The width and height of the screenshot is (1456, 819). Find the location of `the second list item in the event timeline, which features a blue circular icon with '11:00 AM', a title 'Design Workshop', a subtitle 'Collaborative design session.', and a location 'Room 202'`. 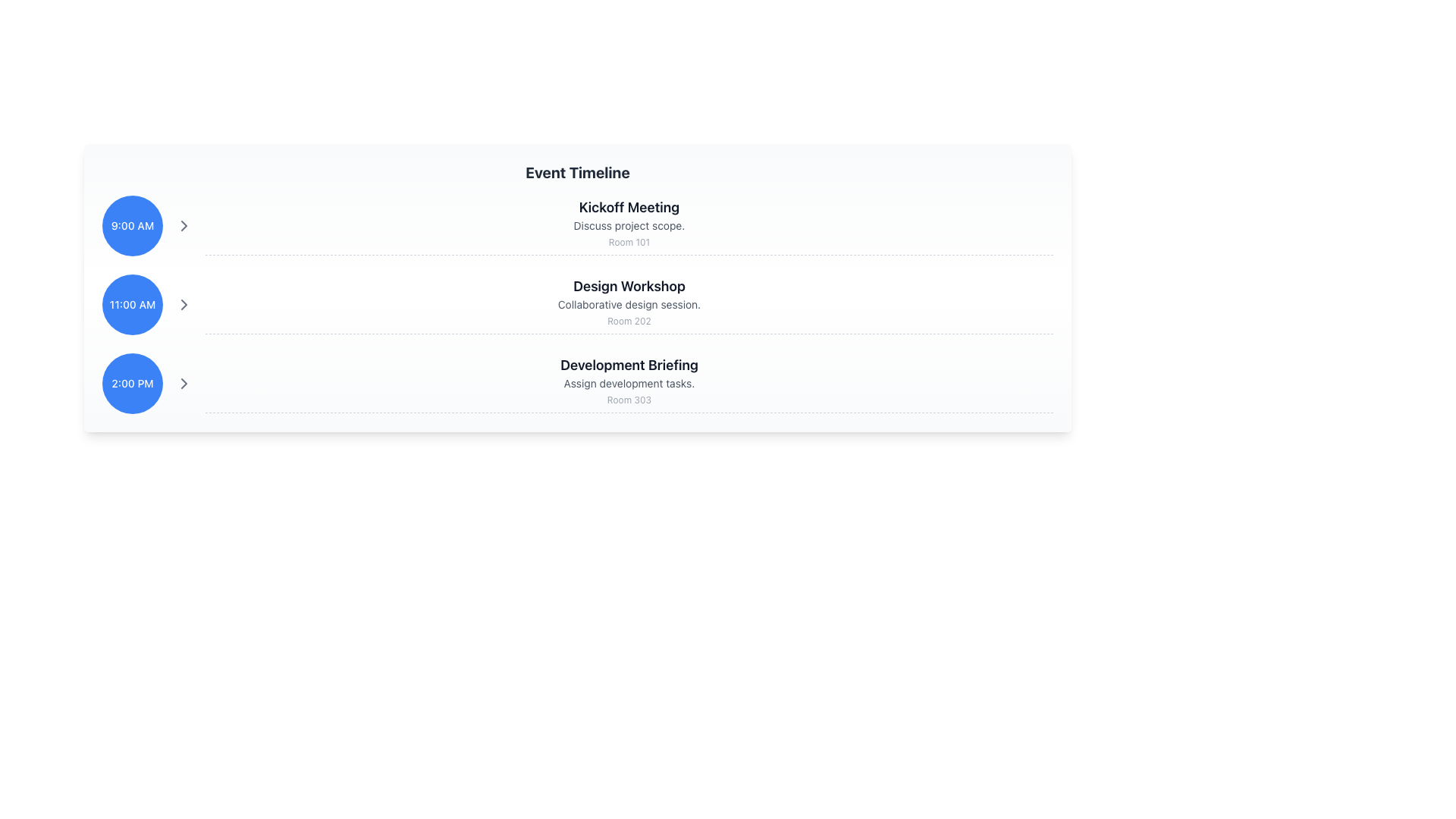

the second list item in the event timeline, which features a blue circular icon with '11:00 AM', a title 'Design Workshop', a subtitle 'Collaborative design session.', and a location 'Room 202' is located at coordinates (577, 304).